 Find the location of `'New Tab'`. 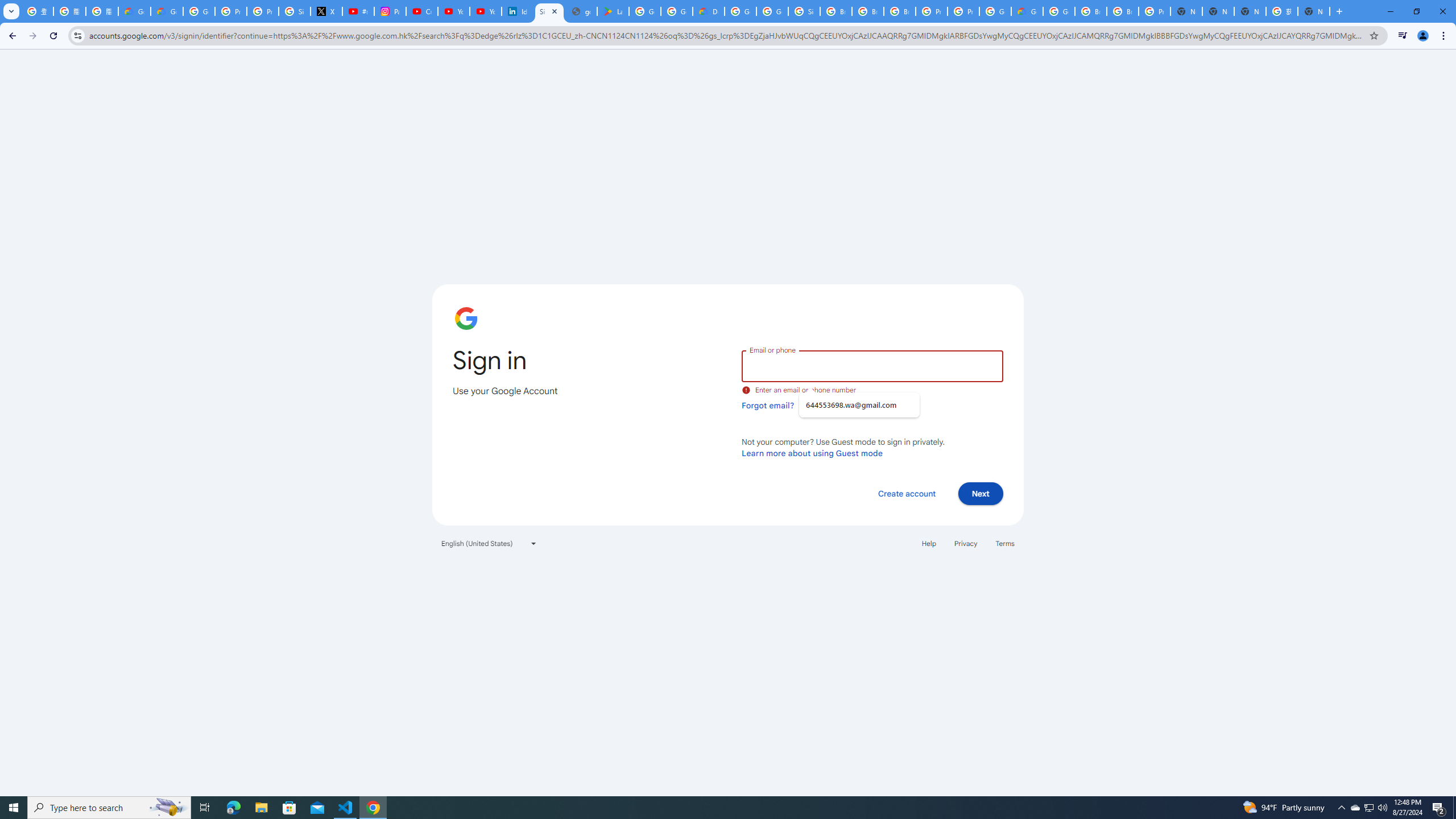

'New Tab' is located at coordinates (1314, 11).